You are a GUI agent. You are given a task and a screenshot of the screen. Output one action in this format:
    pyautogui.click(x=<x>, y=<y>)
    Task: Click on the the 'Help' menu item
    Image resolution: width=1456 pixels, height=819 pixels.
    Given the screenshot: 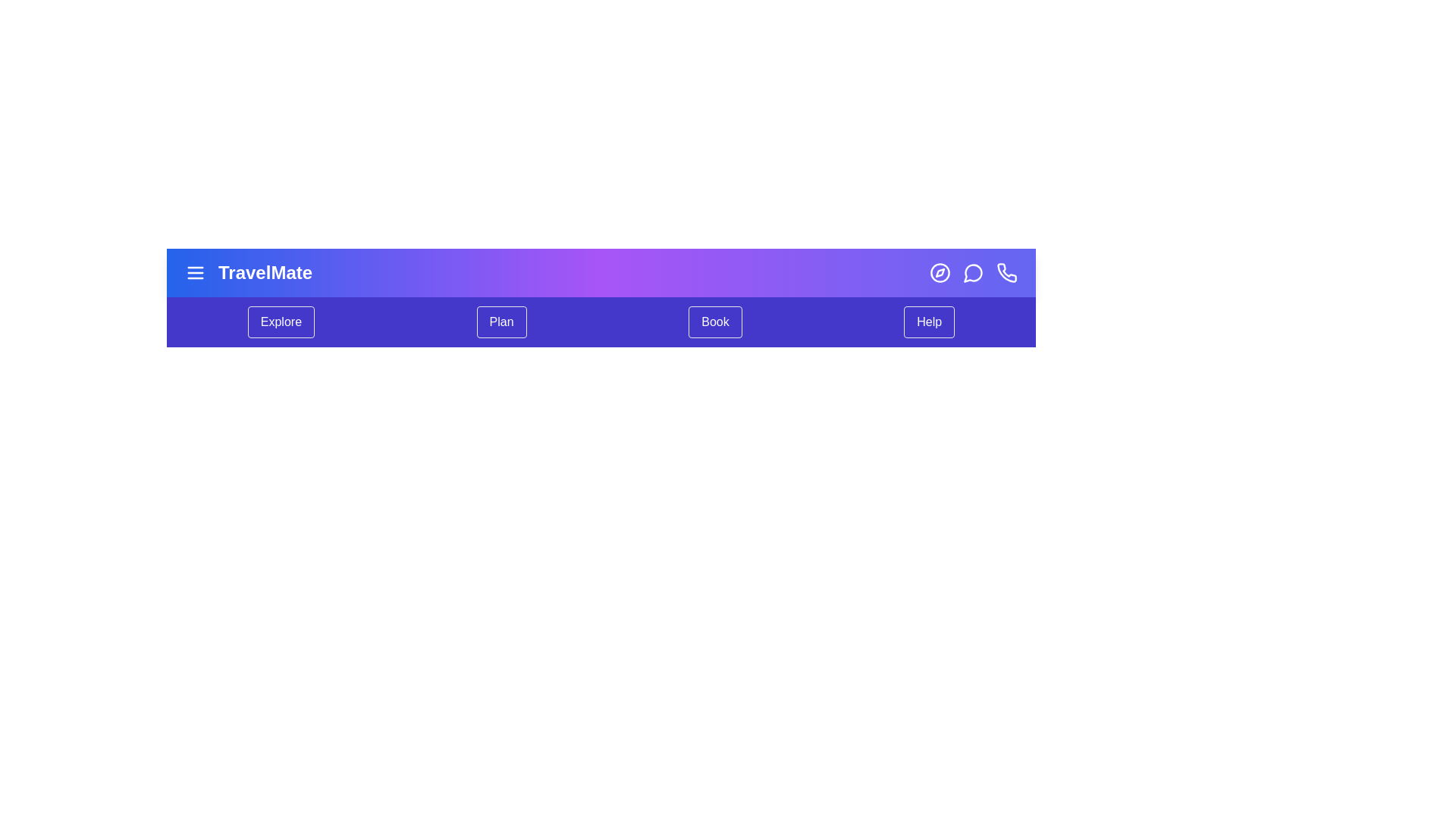 What is the action you would take?
    pyautogui.click(x=928, y=321)
    